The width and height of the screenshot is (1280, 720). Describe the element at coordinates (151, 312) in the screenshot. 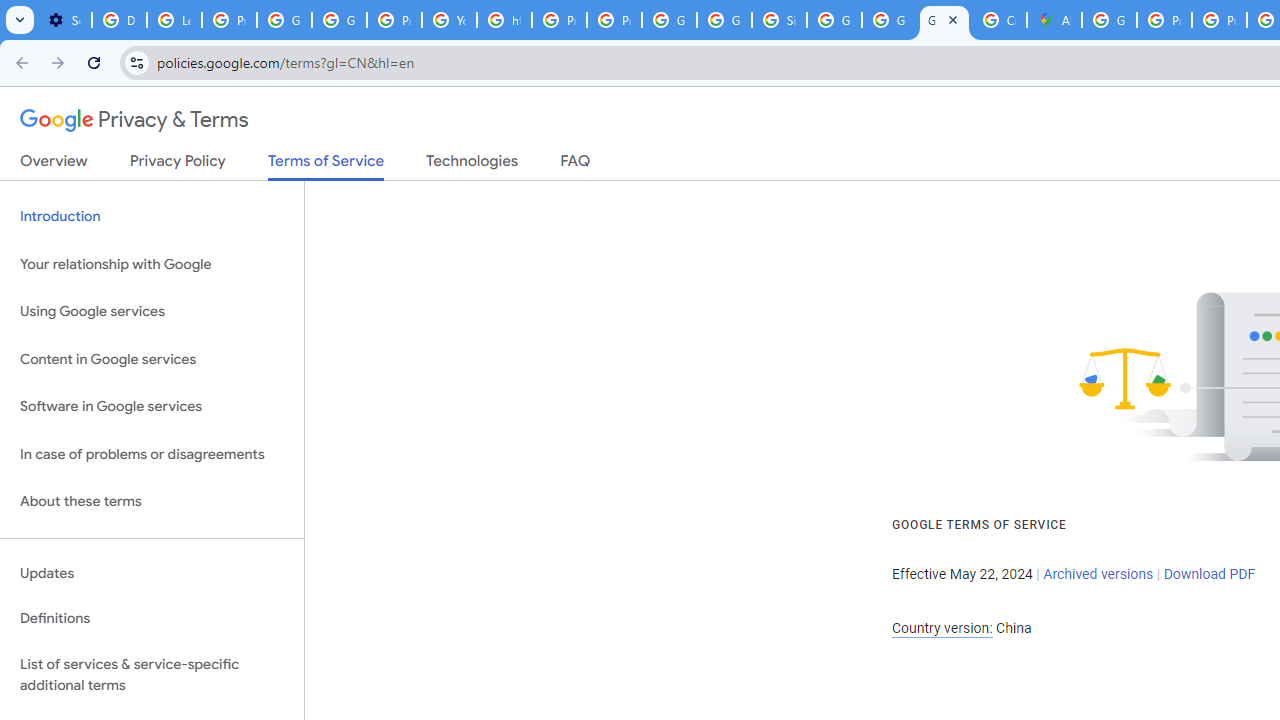

I see `'Using Google services'` at that location.